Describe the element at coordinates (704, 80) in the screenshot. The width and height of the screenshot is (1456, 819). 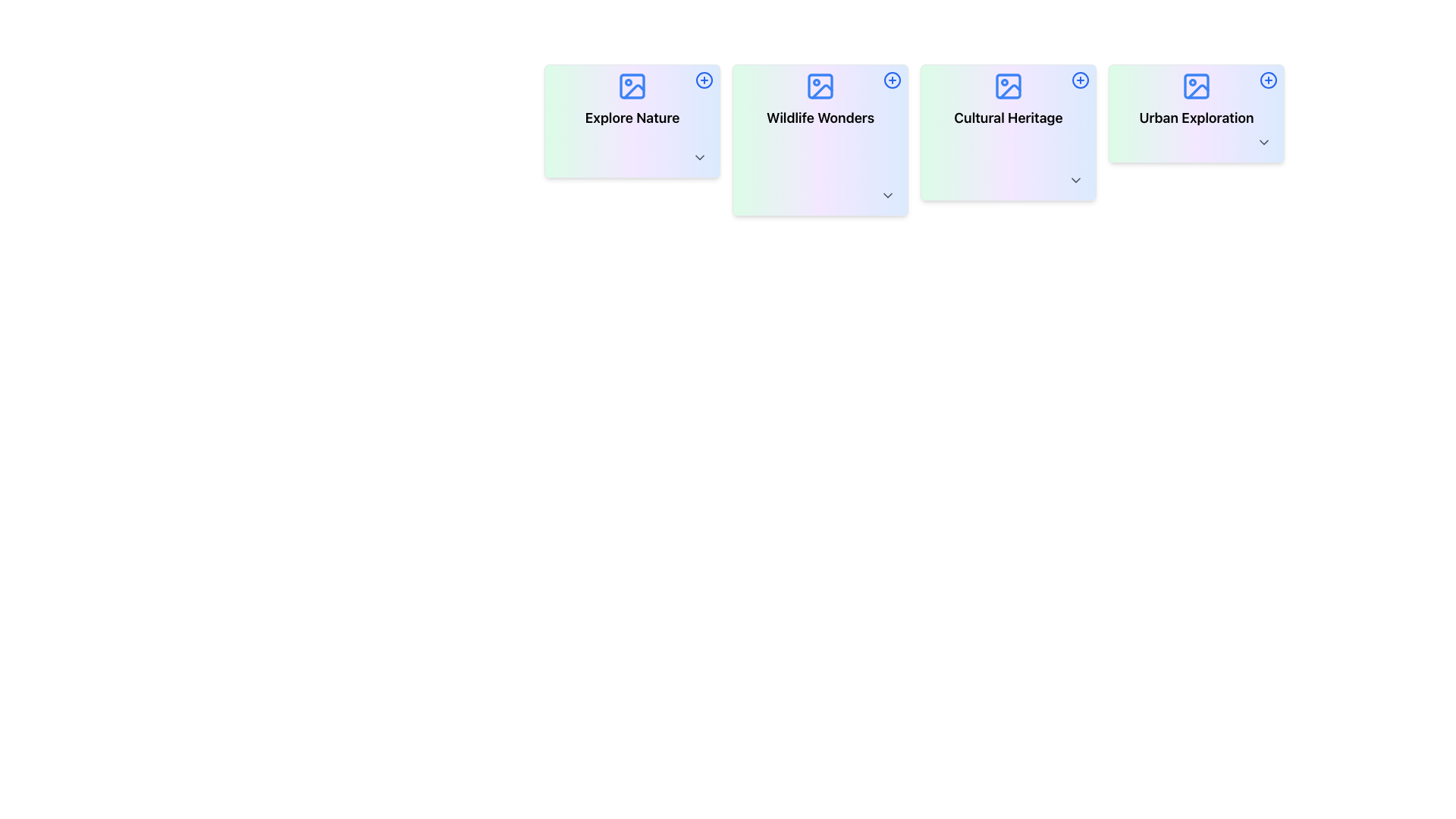
I see `the blue circular icon with a plus sign located in the top-right corner of the 'Explore Nature' card` at that location.